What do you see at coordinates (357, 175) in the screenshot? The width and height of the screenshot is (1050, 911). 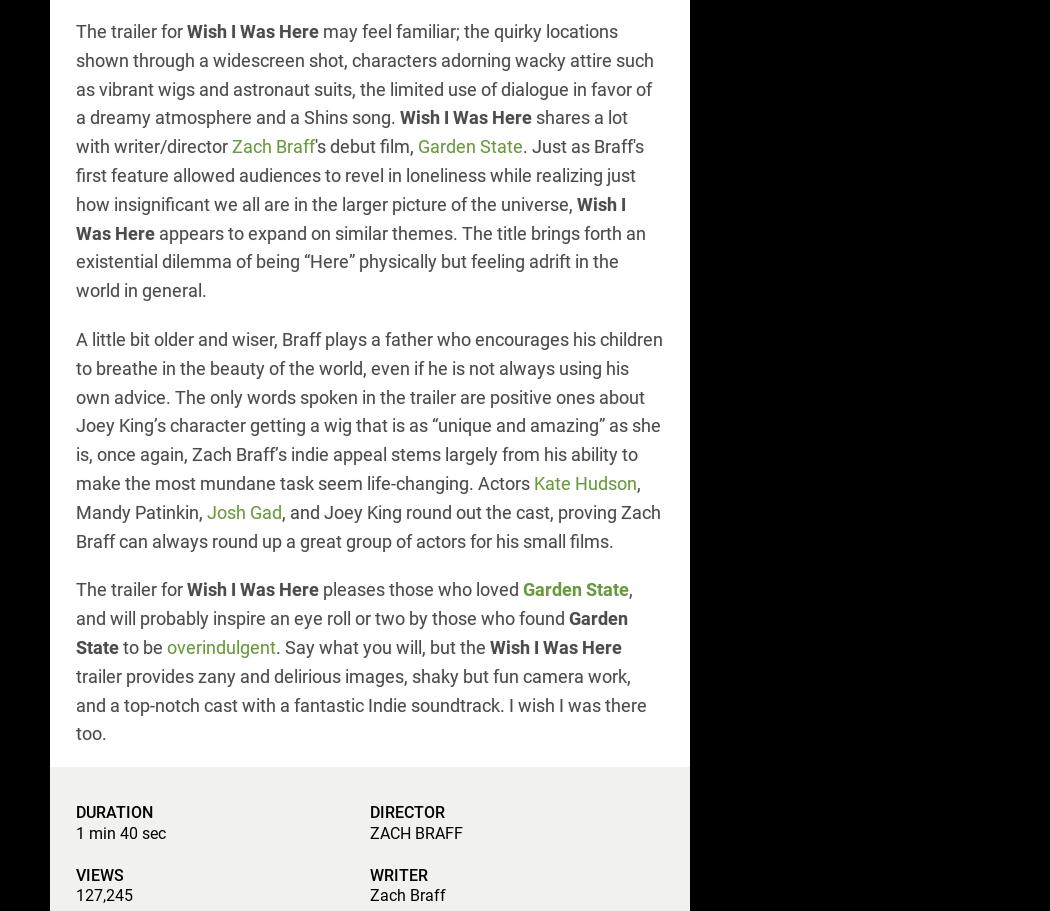 I see `'. Just as Braff's first feature allowed
audiences to revel in loneliness while realizing just how insignificant we all
are in the larger picture of the universe,'` at bounding box center [357, 175].